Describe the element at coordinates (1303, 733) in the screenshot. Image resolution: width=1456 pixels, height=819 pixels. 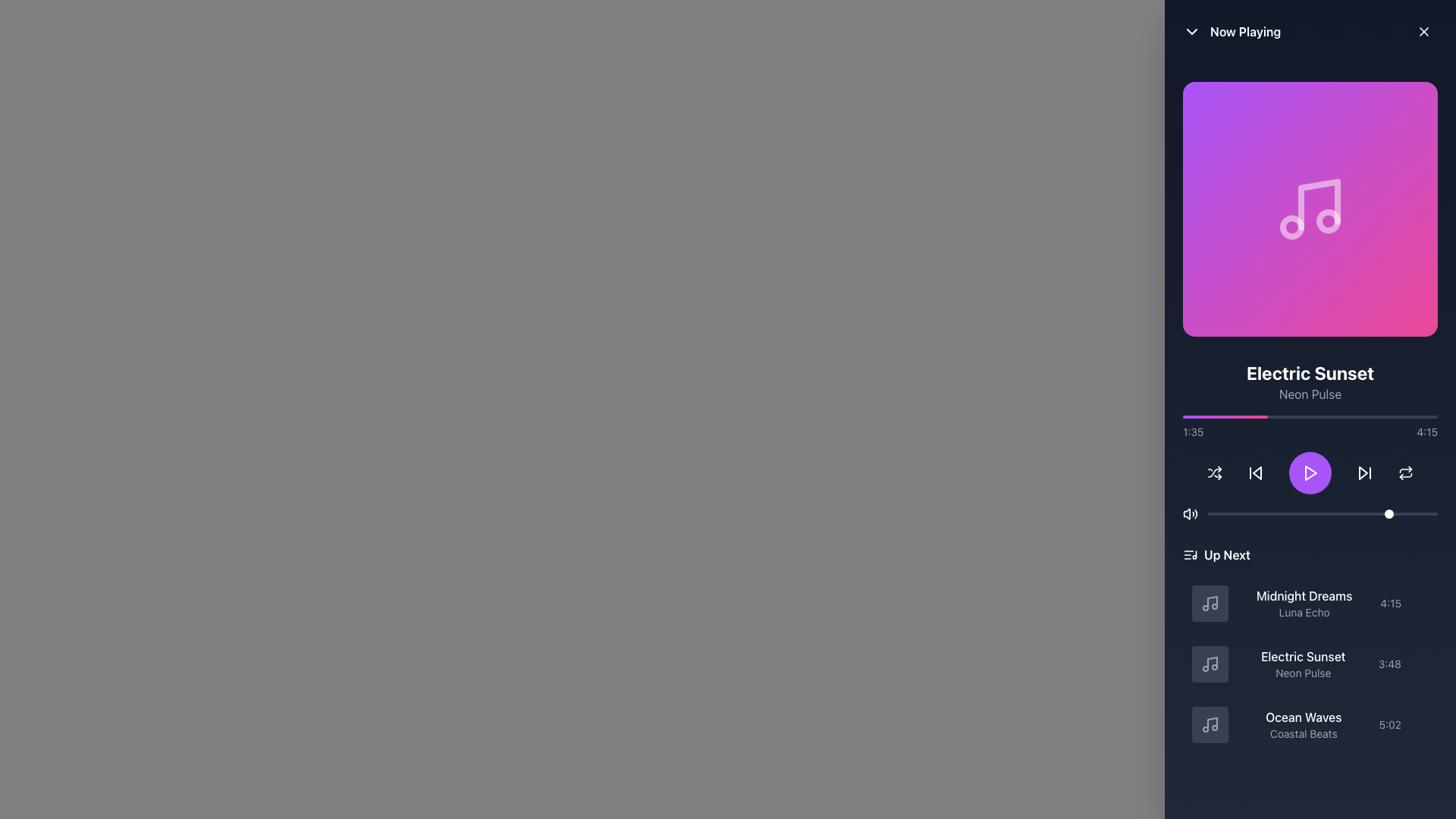
I see `displayed text 'Coastal Beats' which is a secondary text label positioned below the title 'Ocean Waves' in the 'Up Next' list` at that location.